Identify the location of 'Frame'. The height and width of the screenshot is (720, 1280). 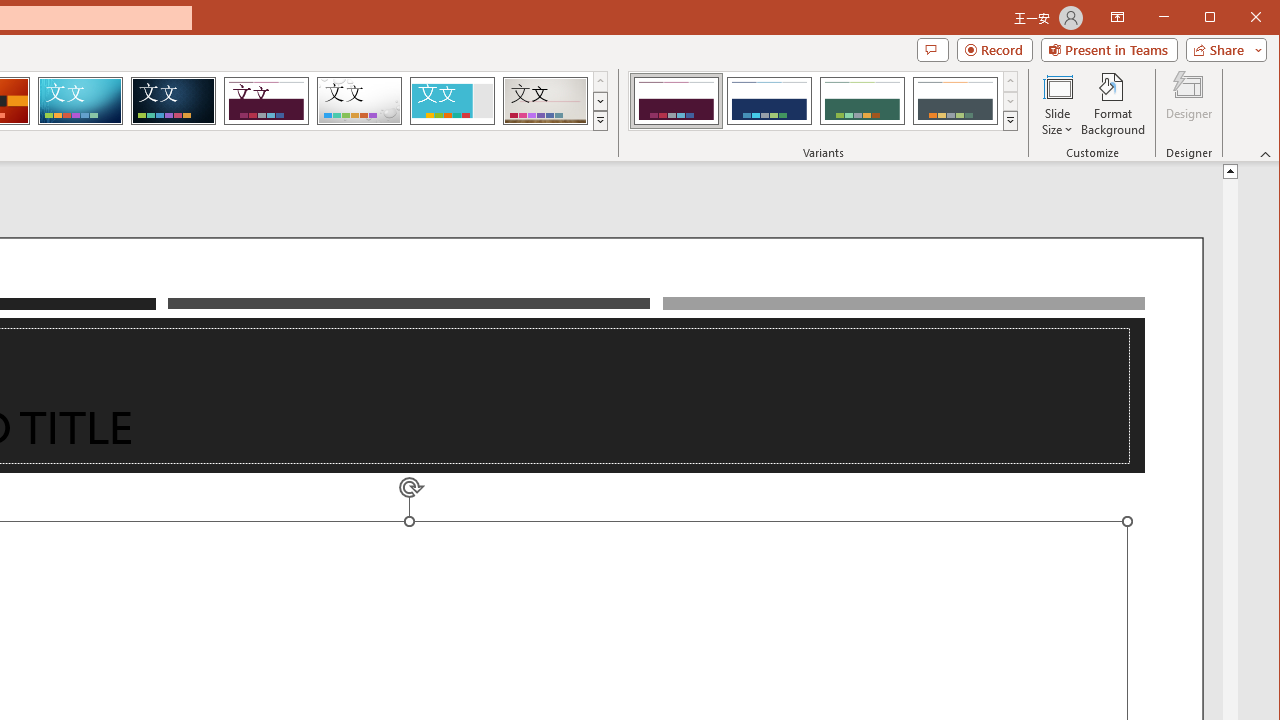
(451, 100).